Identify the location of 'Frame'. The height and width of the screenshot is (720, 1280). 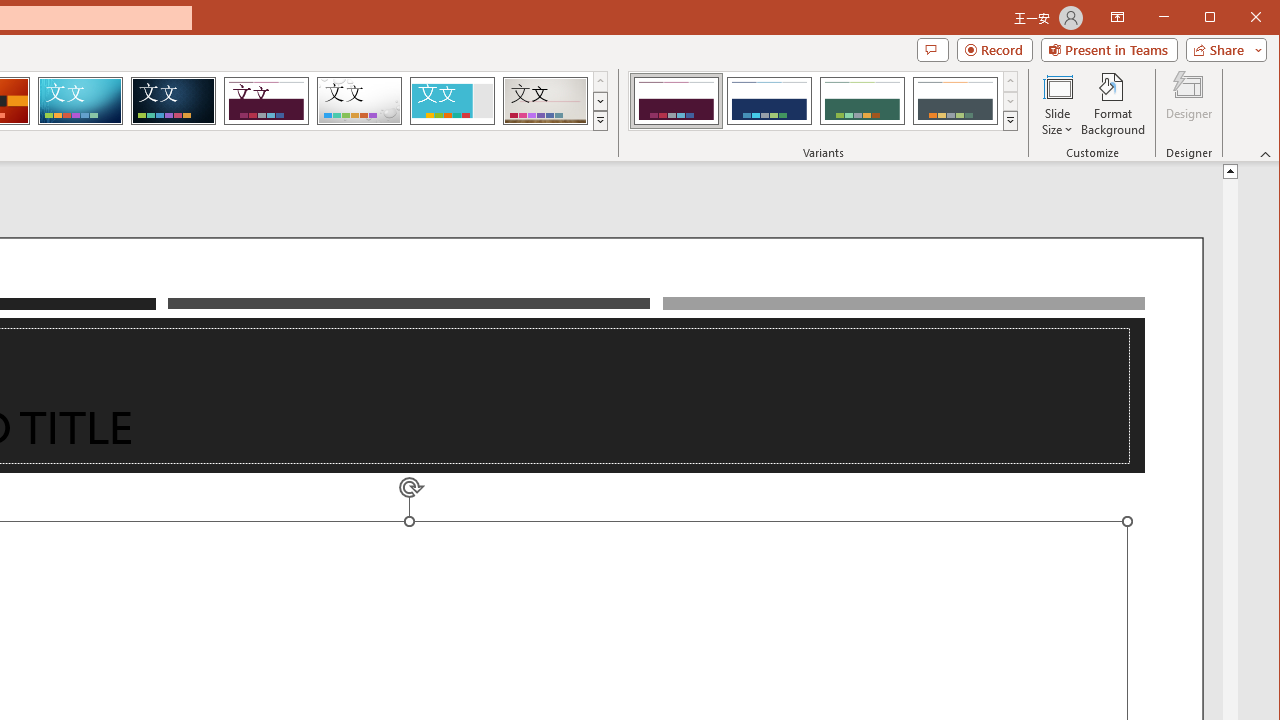
(451, 100).